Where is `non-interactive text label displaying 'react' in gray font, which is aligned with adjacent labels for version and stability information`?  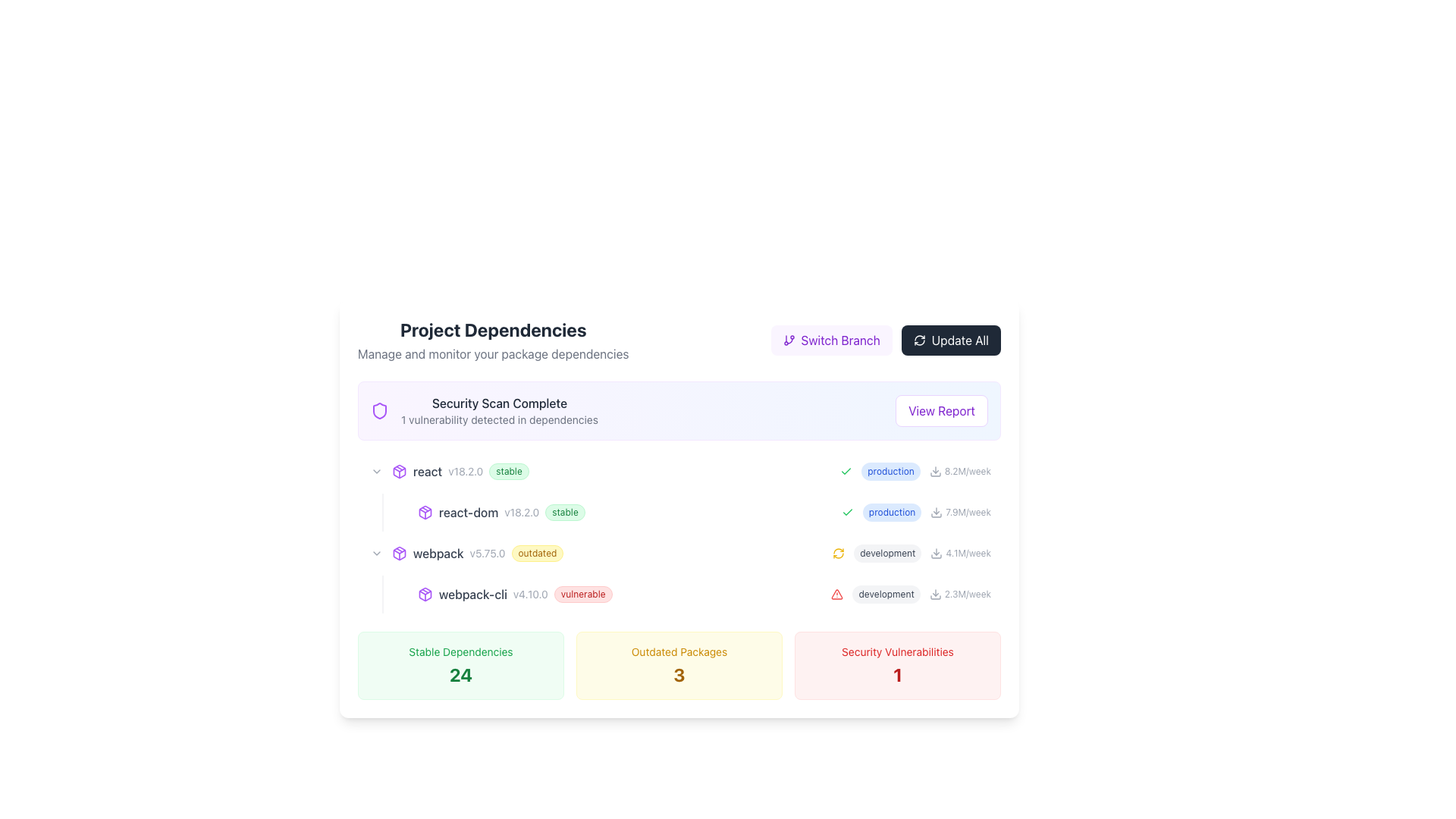 non-interactive text label displaying 'react' in gray font, which is aligned with adjacent labels for version and stability information is located at coordinates (427, 470).